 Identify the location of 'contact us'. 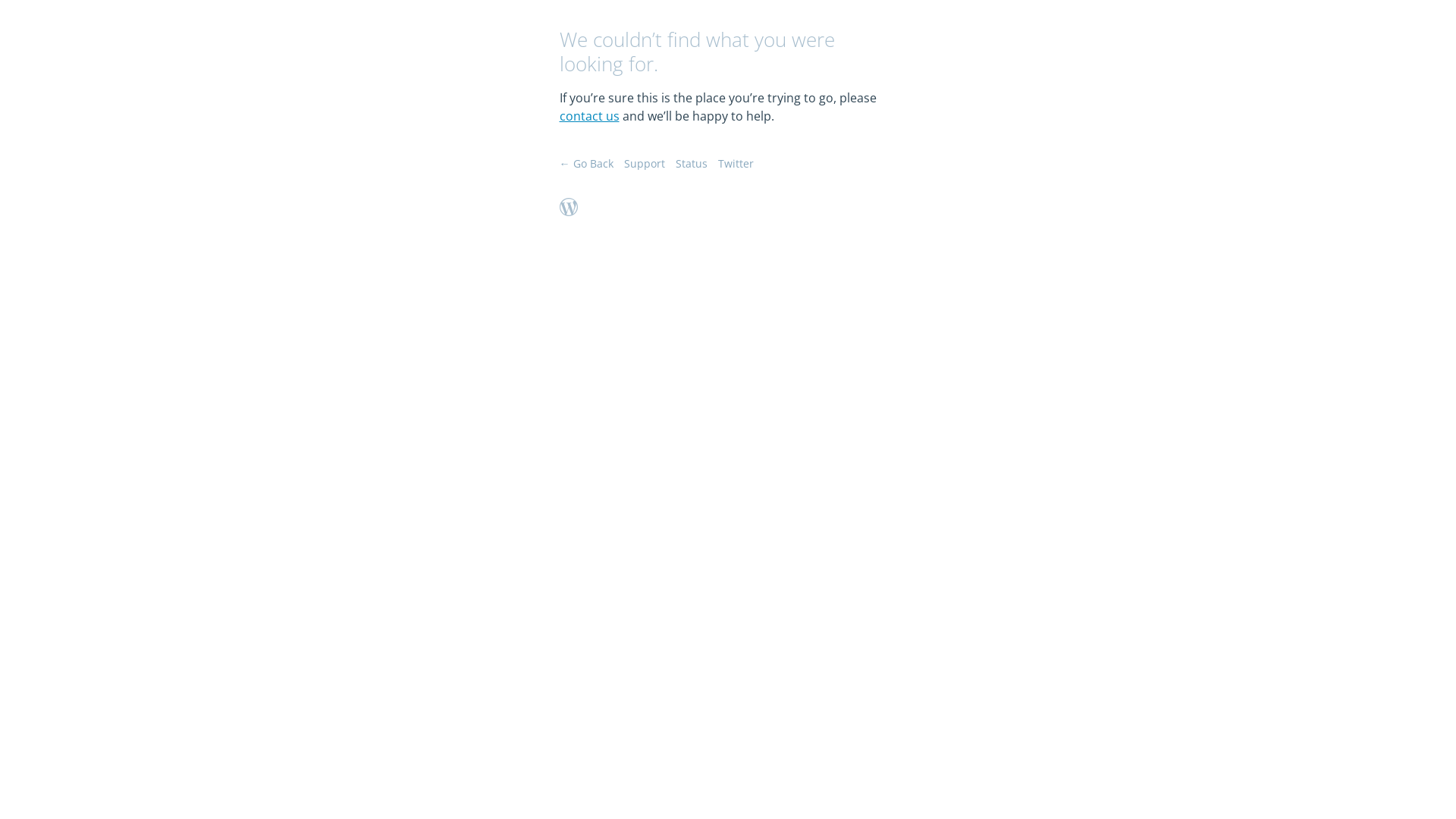
(588, 115).